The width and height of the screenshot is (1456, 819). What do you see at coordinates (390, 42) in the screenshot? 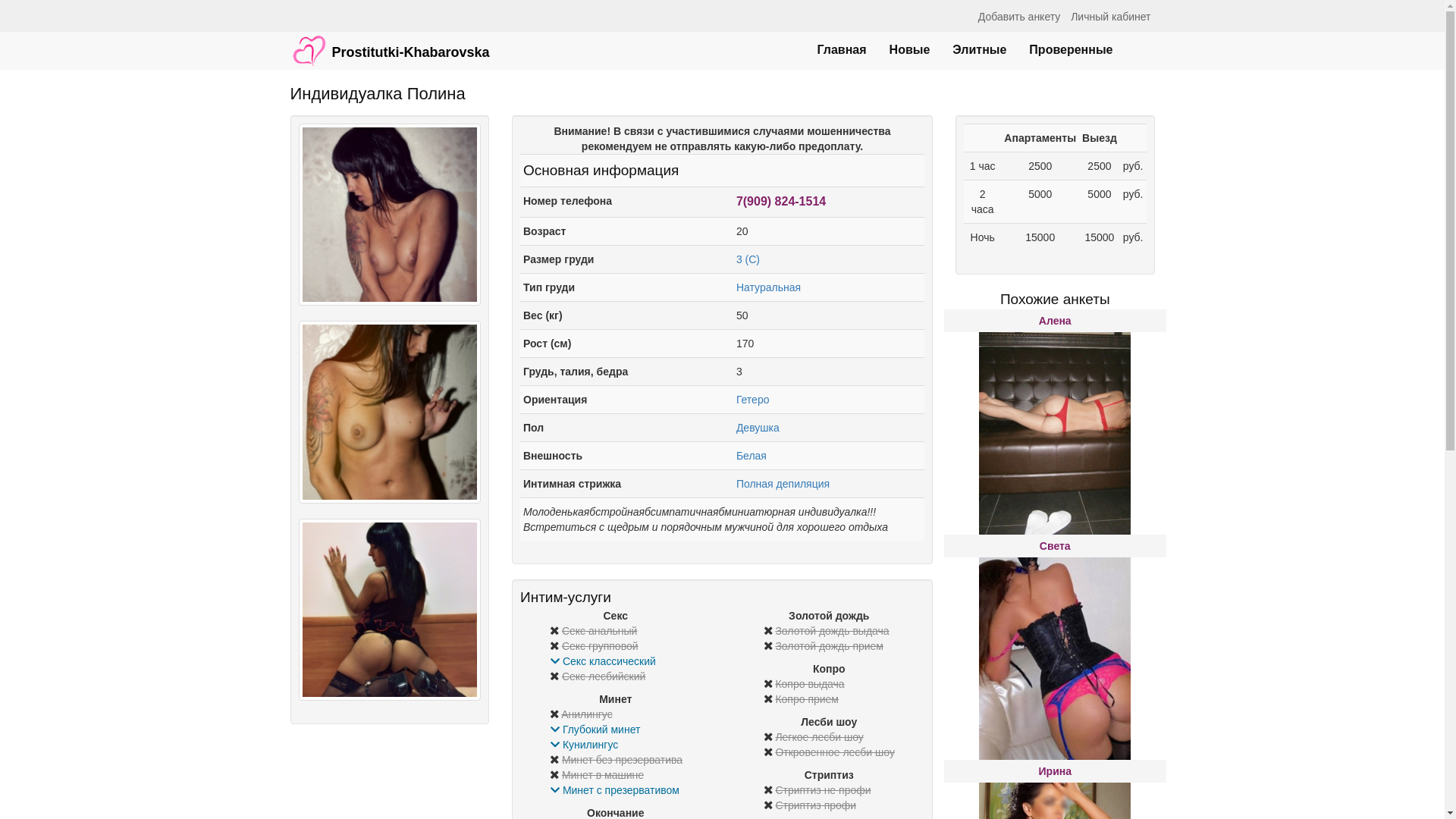
I see `'Prostitutki-Khabarovska'` at bounding box center [390, 42].